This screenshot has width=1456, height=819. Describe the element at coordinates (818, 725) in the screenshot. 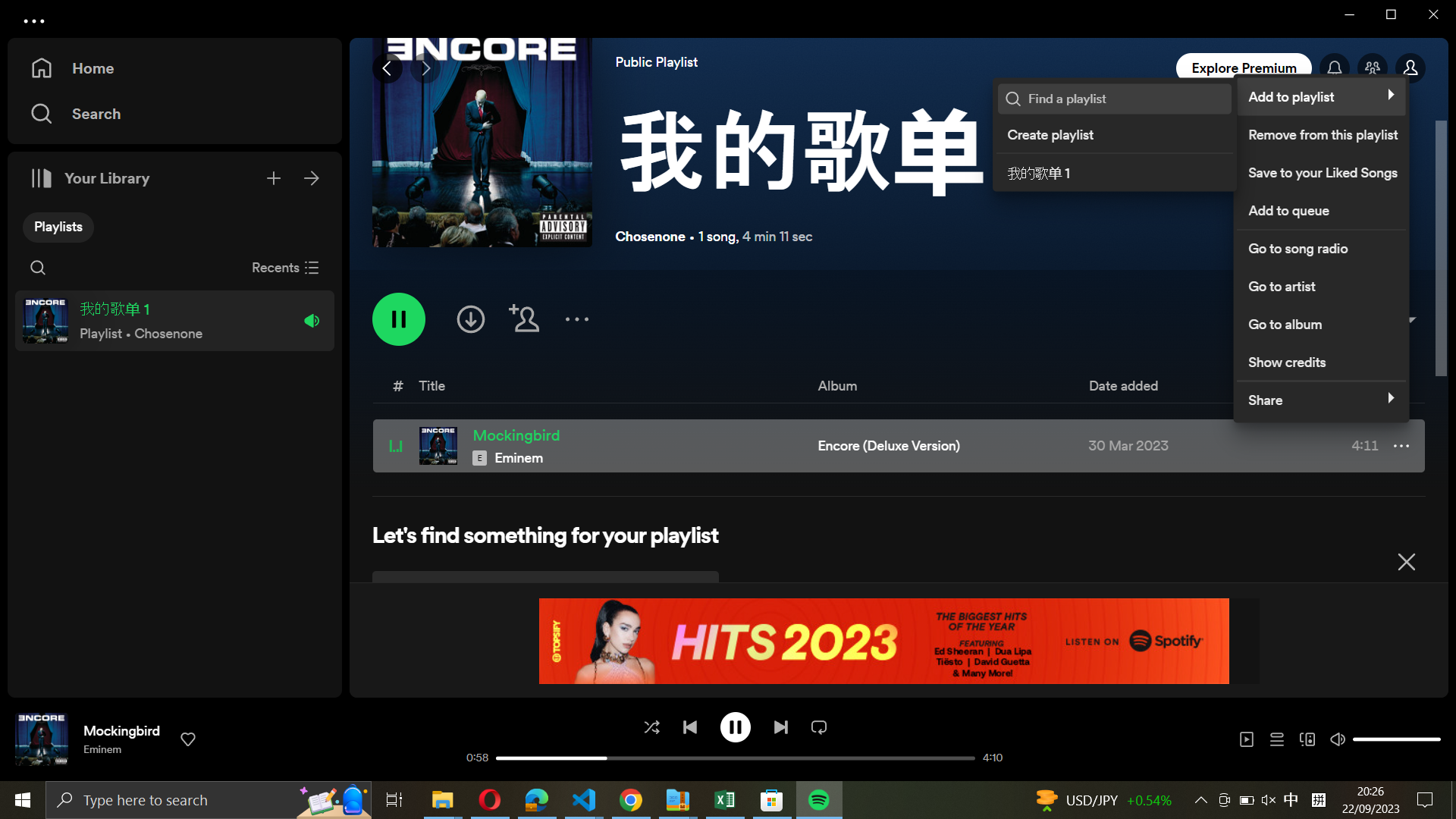

I see `Exchange the continuous loop function with single loop function` at that location.